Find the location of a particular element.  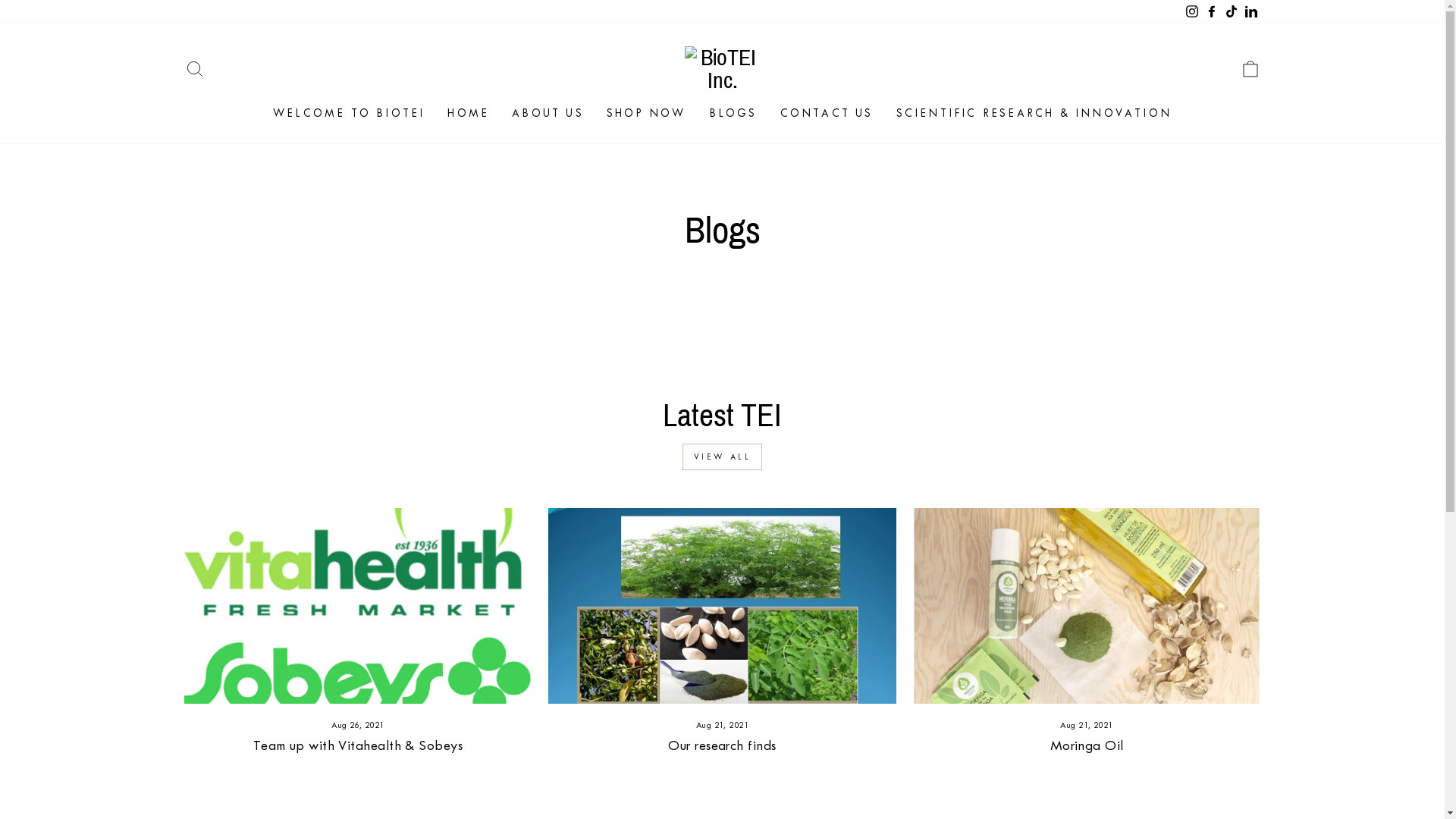

'SHOP NOW' is located at coordinates (646, 112).